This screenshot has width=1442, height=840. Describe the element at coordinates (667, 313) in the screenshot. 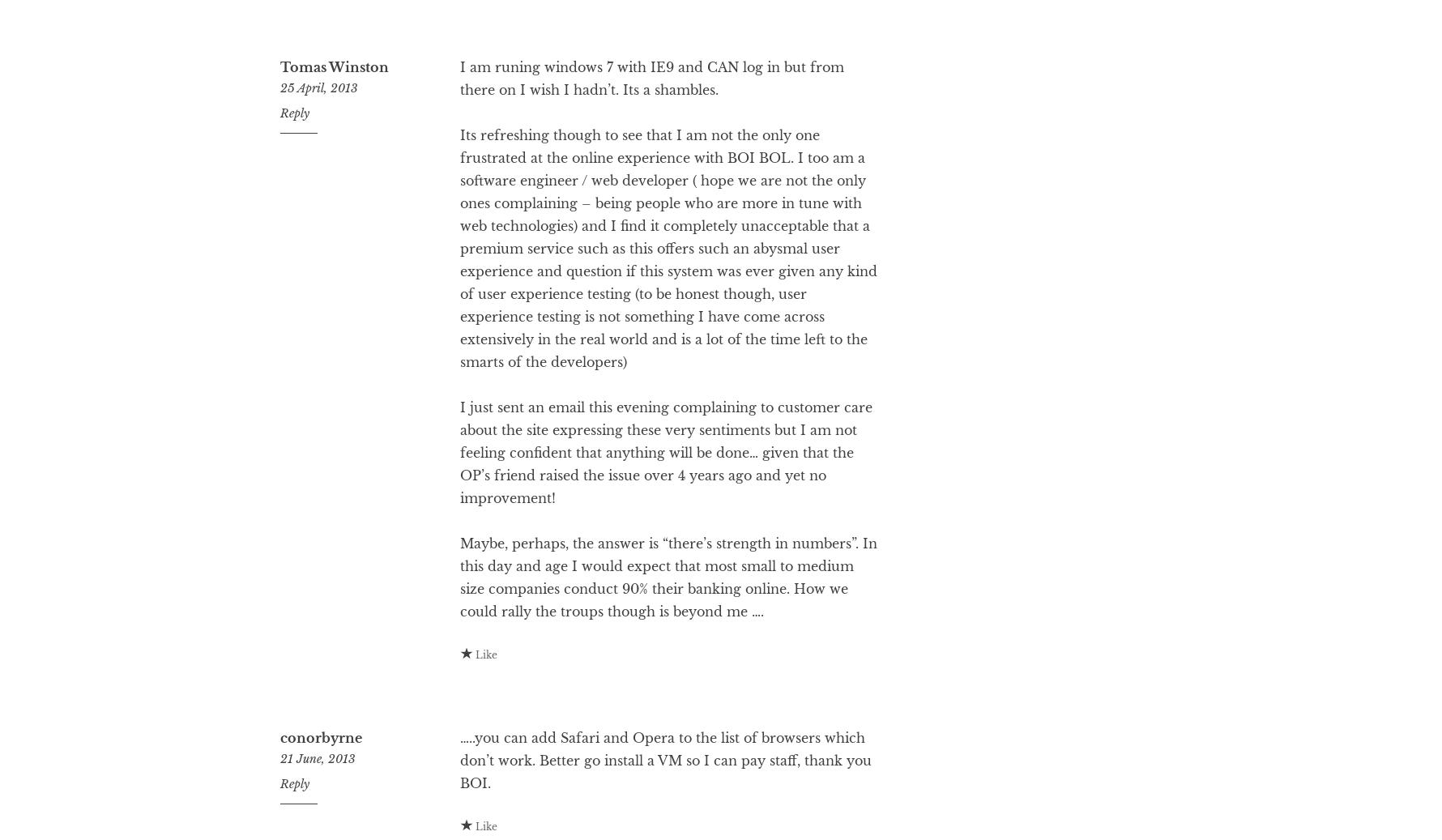

I see `'Its refreshing though to see that I am not the only one frustrated at the online experience with BOI BOL. I too am a software engineer / web developer ( hope we are not the only ones complaining – being people who are more in tune with web technologies) and I find it completely unacceptable that a premium service such as this offers such an abysmal user experience and question if this system was ever given any kind of user experience testing (to be honest though, user experience testing is not something I have come across extensively in the real world and is a lot of the time left to the smarts of the developers)'` at that location.